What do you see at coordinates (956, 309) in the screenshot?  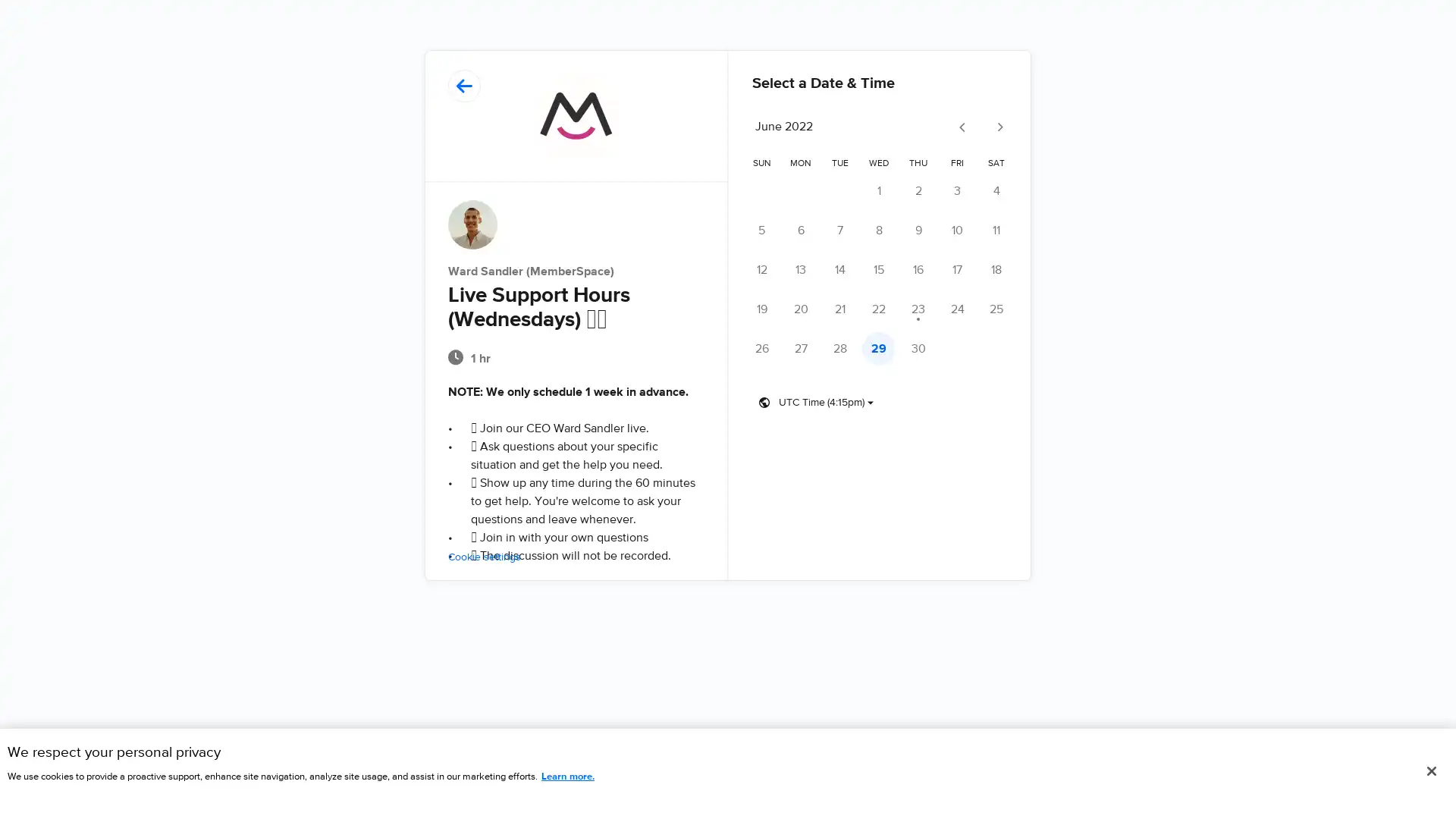 I see `Friday, June 24 - No times available` at bounding box center [956, 309].